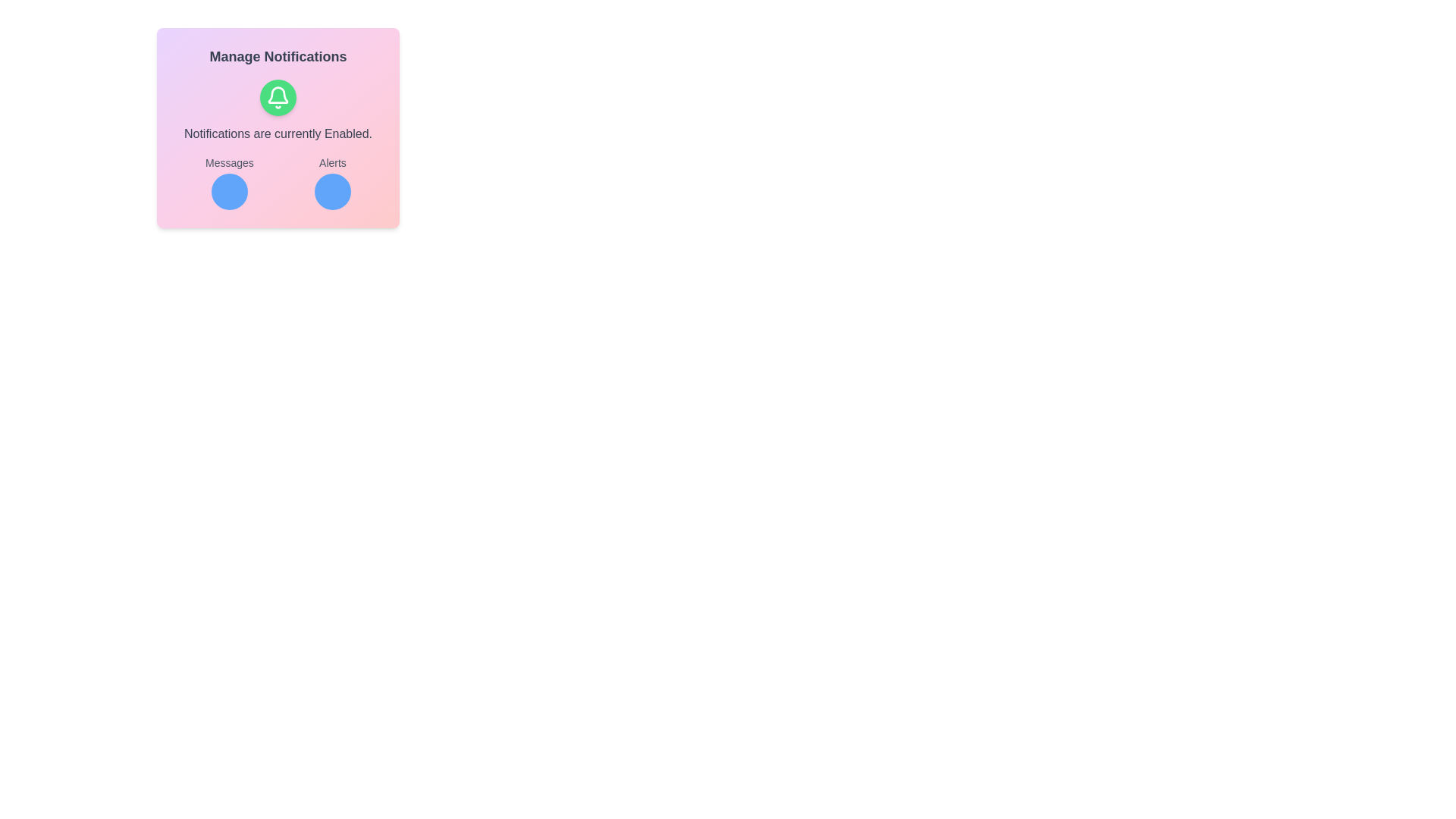  Describe the element at coordinates (278, 133) in the screenshot. I see `the static text displaying 'Notifications are currently Enabled.' which is located below the green notification bell icon` at that location.